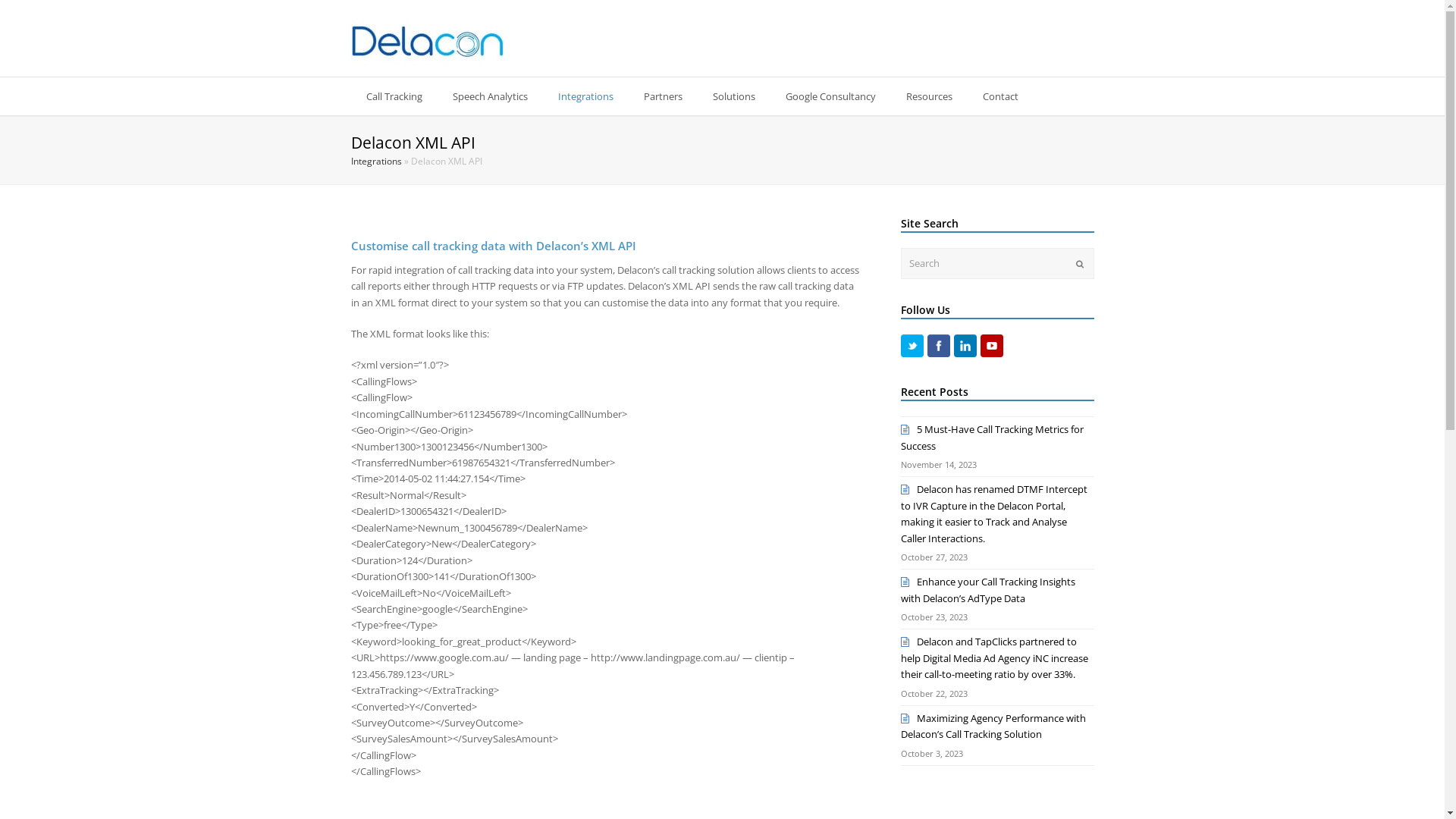  What do you see at coordinates (489, 96) in the screenshot?
I see `'Speech Analytics'` at bounding box center [489, 96].